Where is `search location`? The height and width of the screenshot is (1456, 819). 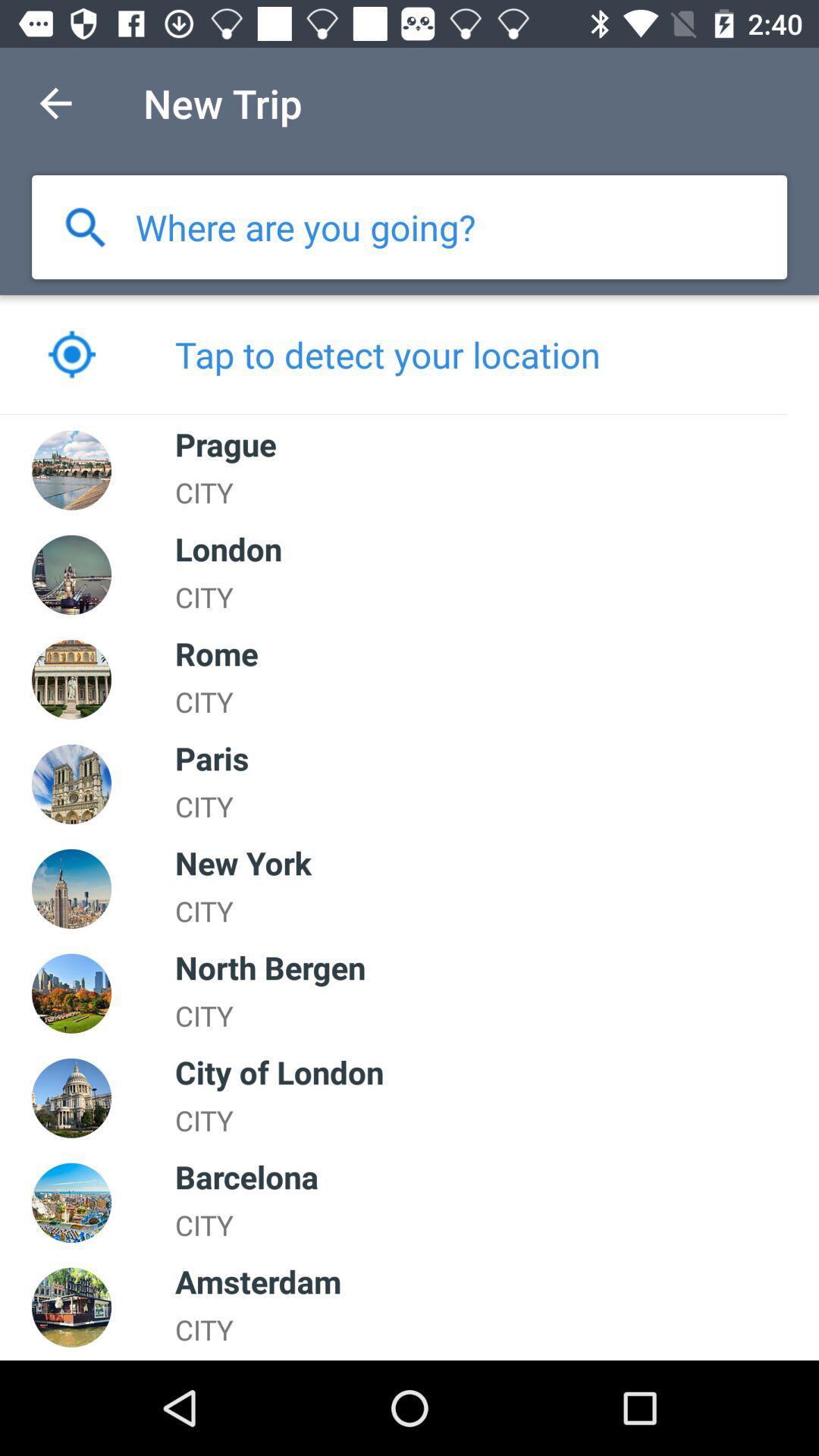 search location is located at coordinates (85, 226).